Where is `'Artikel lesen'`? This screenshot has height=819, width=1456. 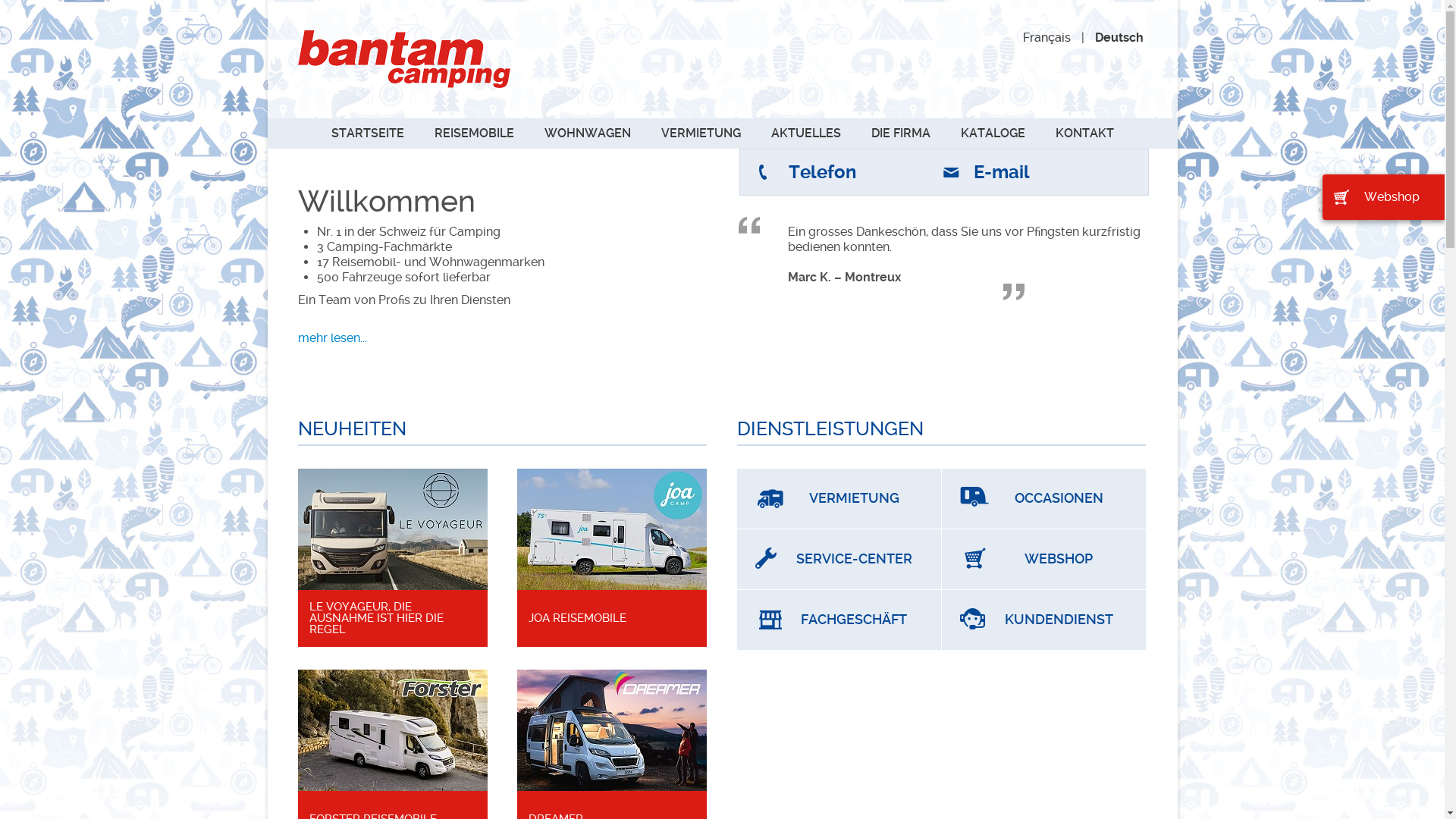
'Artikel lesen' is located at coordinates (392, 728).